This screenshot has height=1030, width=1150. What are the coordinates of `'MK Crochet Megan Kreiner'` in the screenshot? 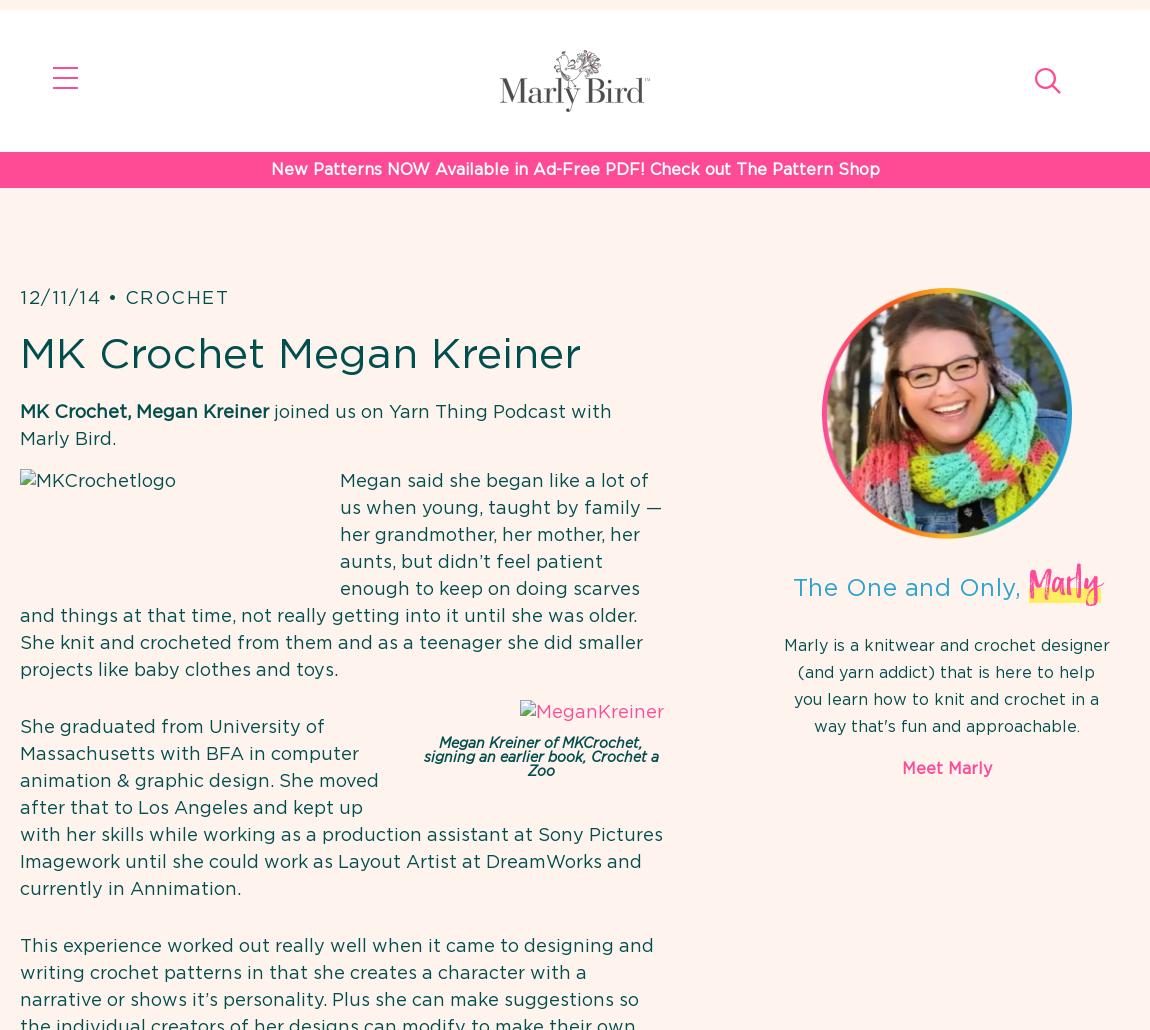 It's located at (300, 355).